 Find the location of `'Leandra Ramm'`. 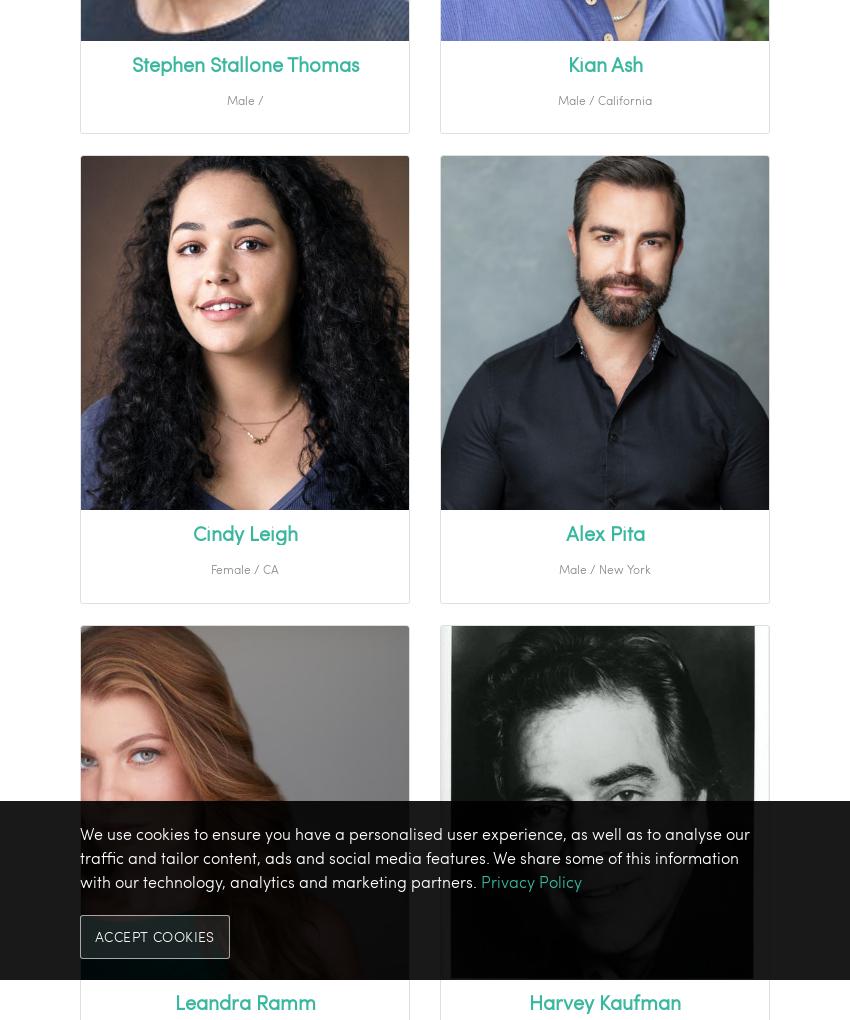

'Leandra Ramm' is located at coordinates (244, 1002).